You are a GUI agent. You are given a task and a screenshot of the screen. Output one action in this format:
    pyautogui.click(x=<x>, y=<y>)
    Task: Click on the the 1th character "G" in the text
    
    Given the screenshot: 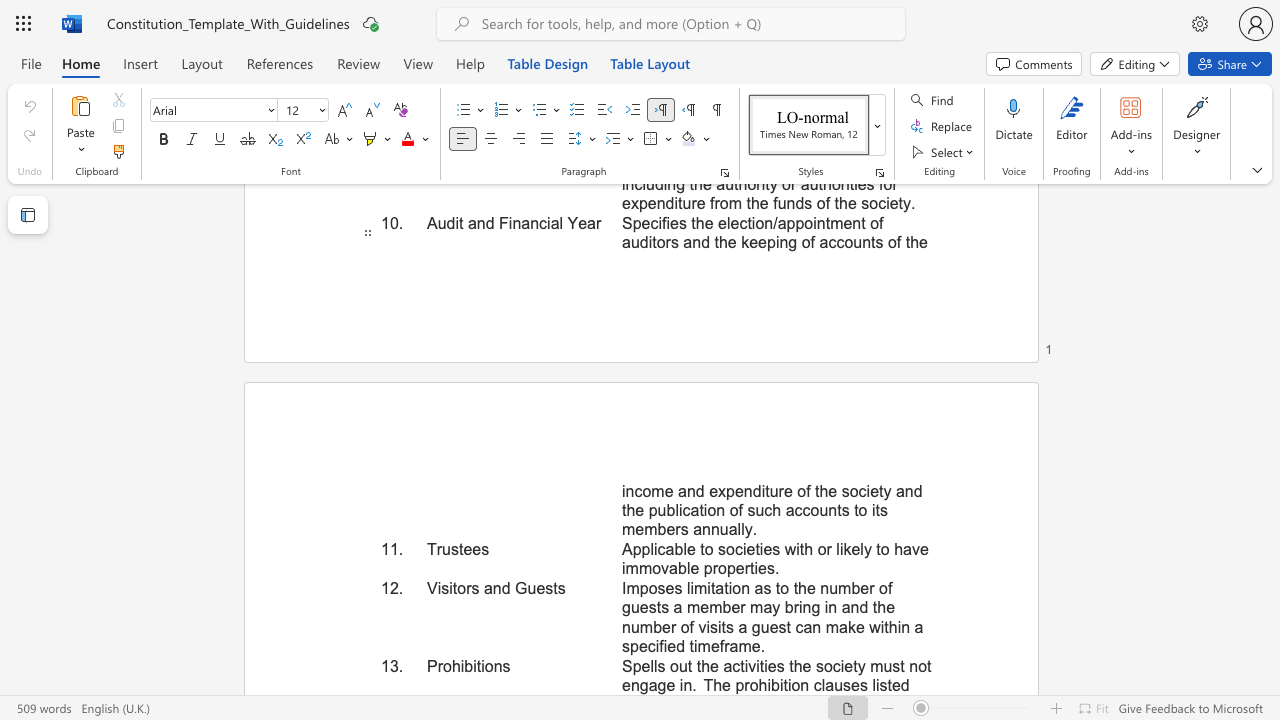 What is the action you would take?
    pyautogui.click(x=521, y=587)
    